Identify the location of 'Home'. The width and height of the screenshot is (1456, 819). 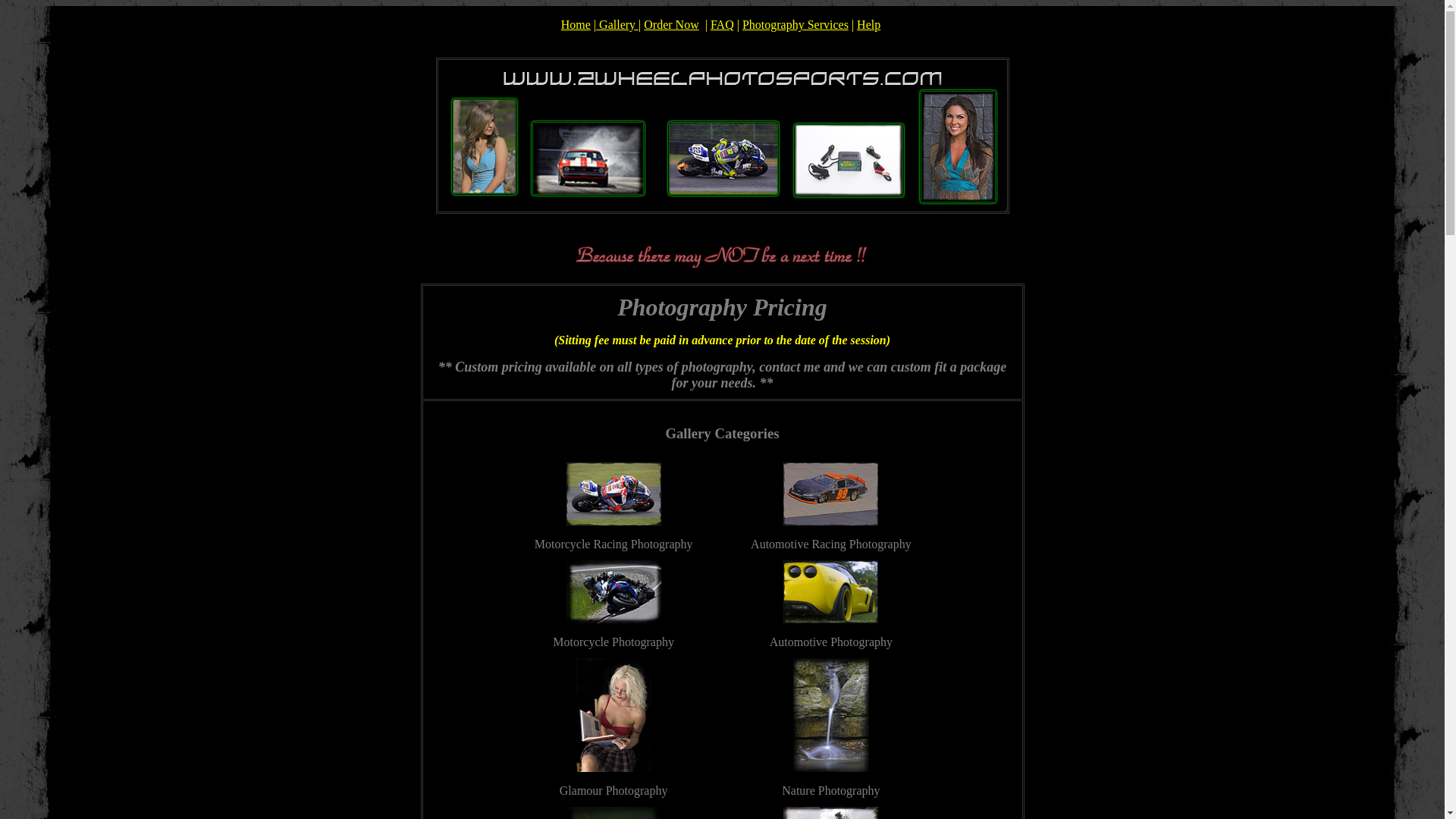
(575, 24).